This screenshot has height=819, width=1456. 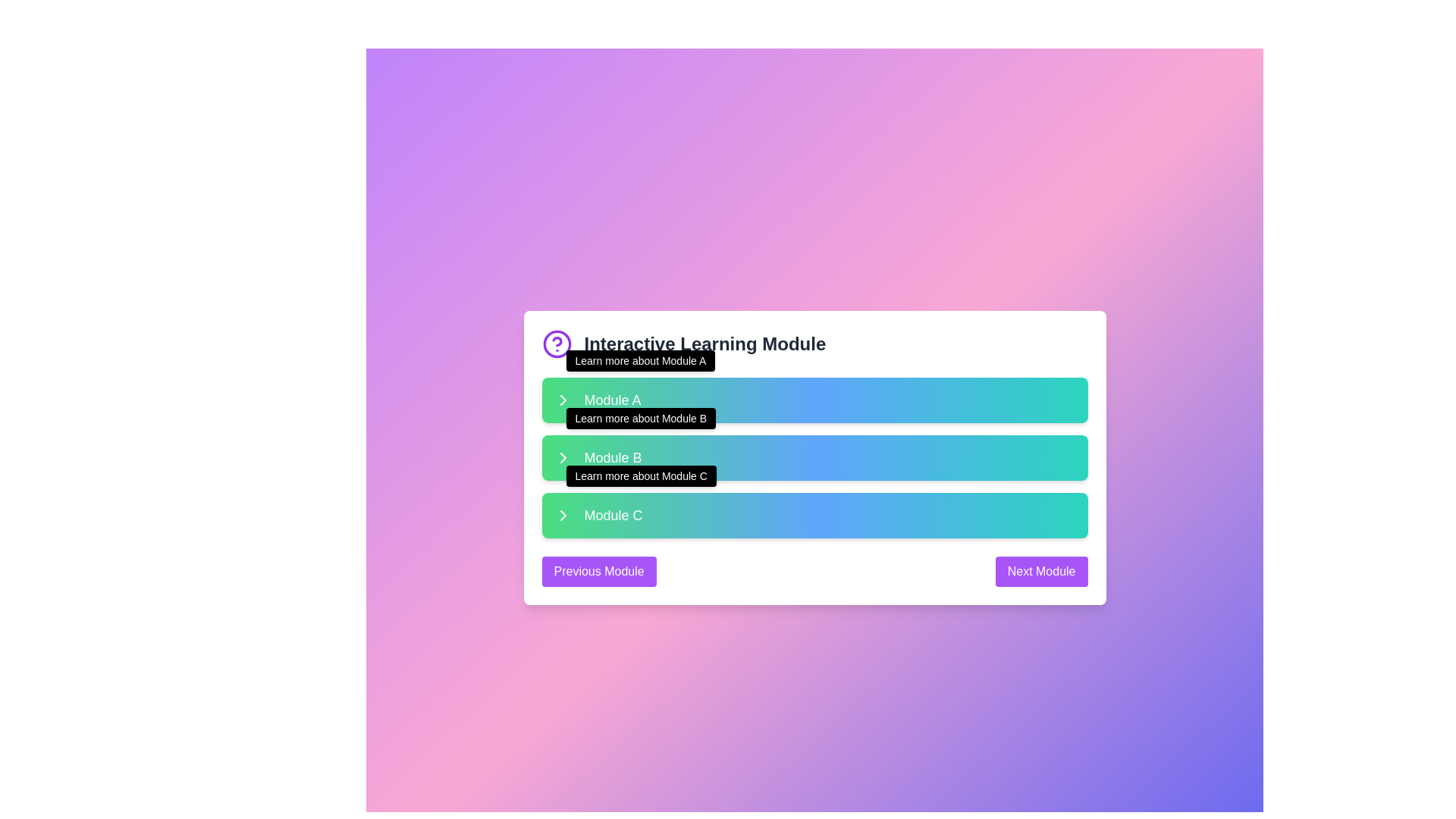 I want to click on the selectable option for Module B in the list of learning modules, so click(x=814, y=457).